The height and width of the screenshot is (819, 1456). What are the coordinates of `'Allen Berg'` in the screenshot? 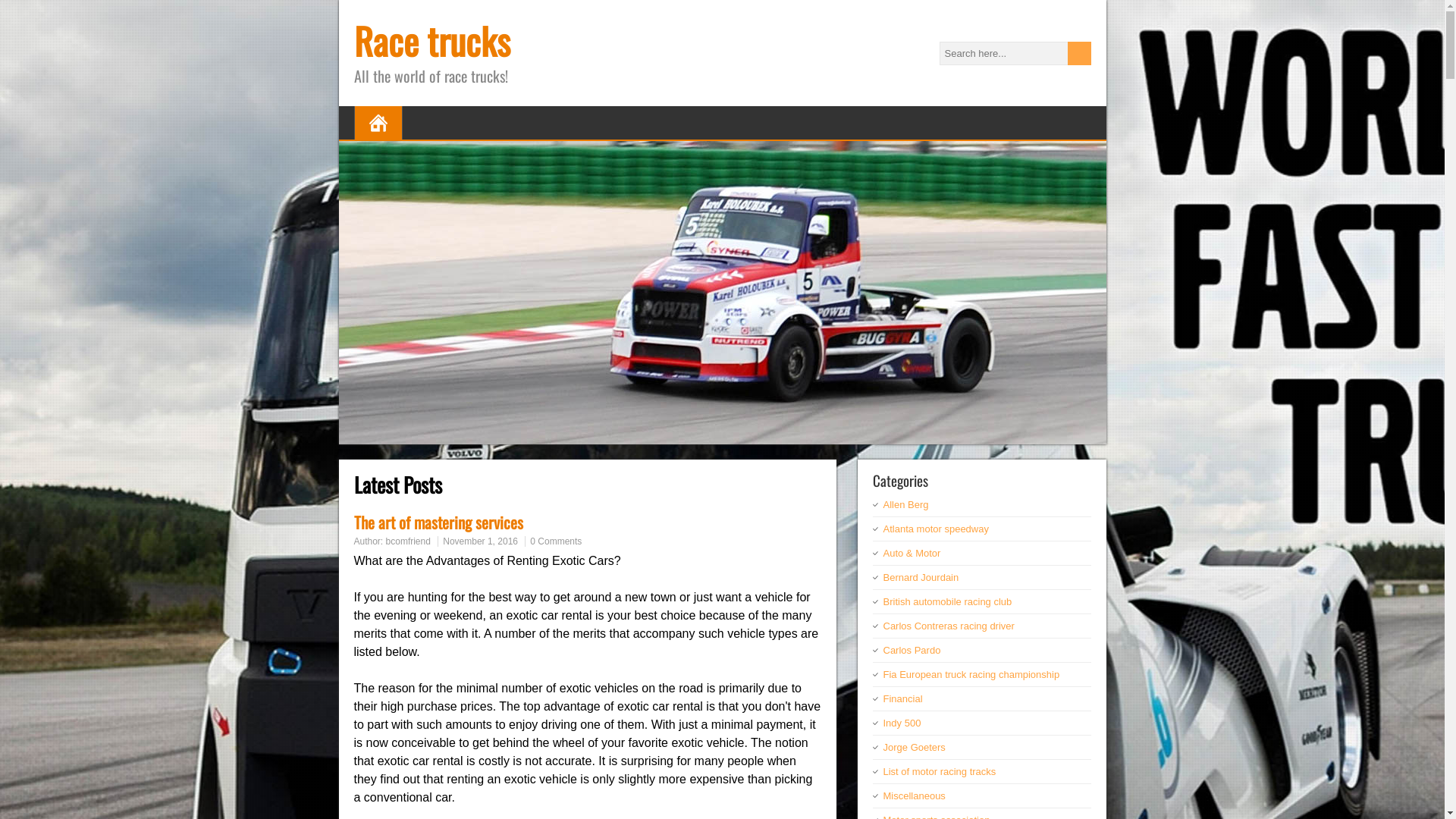 It's located at (905, 504).